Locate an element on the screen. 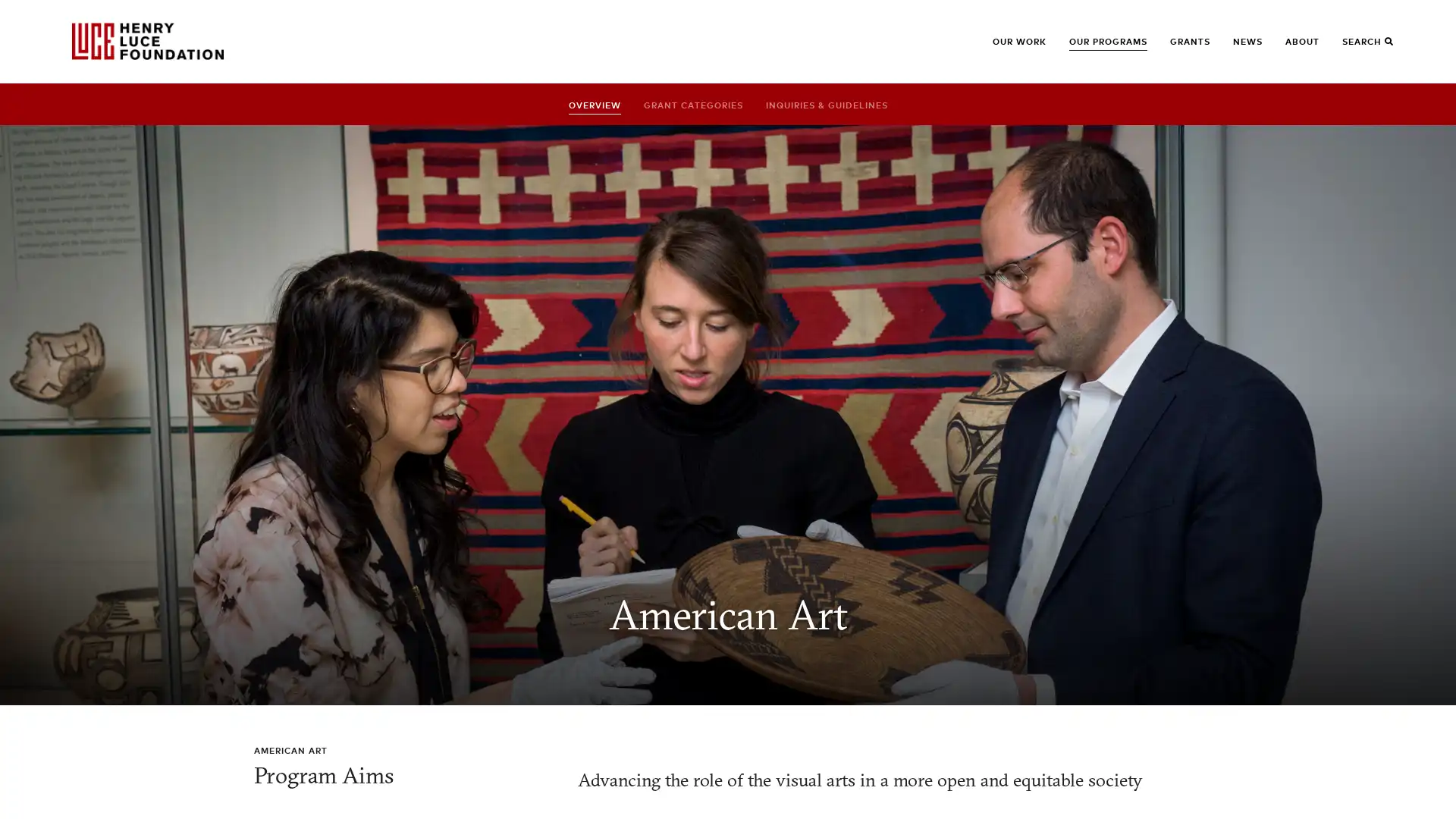 The image size is (1456, 819). SHOW SUBMENU FOR OUR PROGRAMS is located at coordinates (1093, 48).